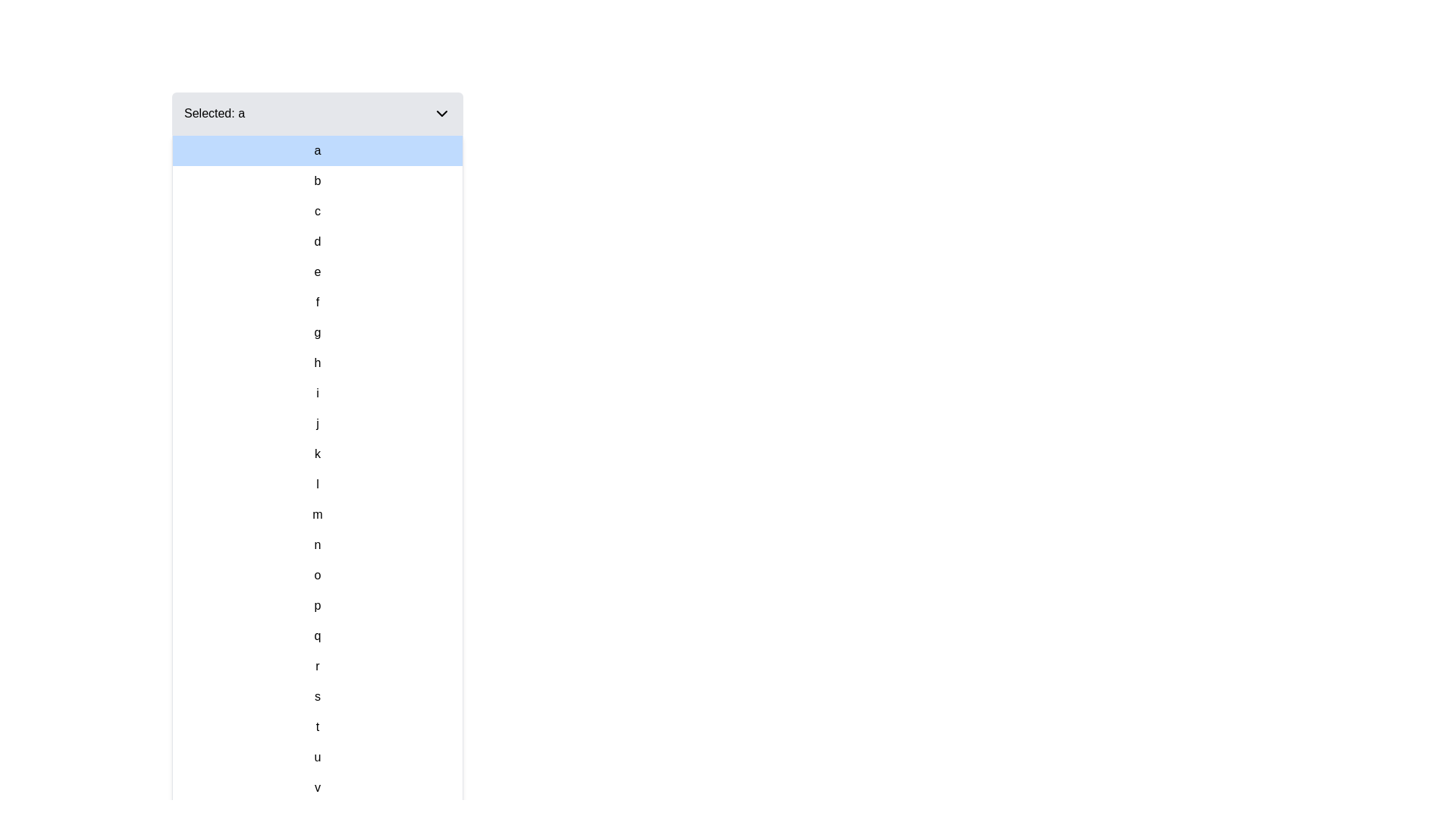  Describe the element at coordinates (316, 241) in the screenshot. I see `to select the dropdown list item displaying the character 'd', which is the fourth row in the vertically arranged list of alphabetic characters` at that location.